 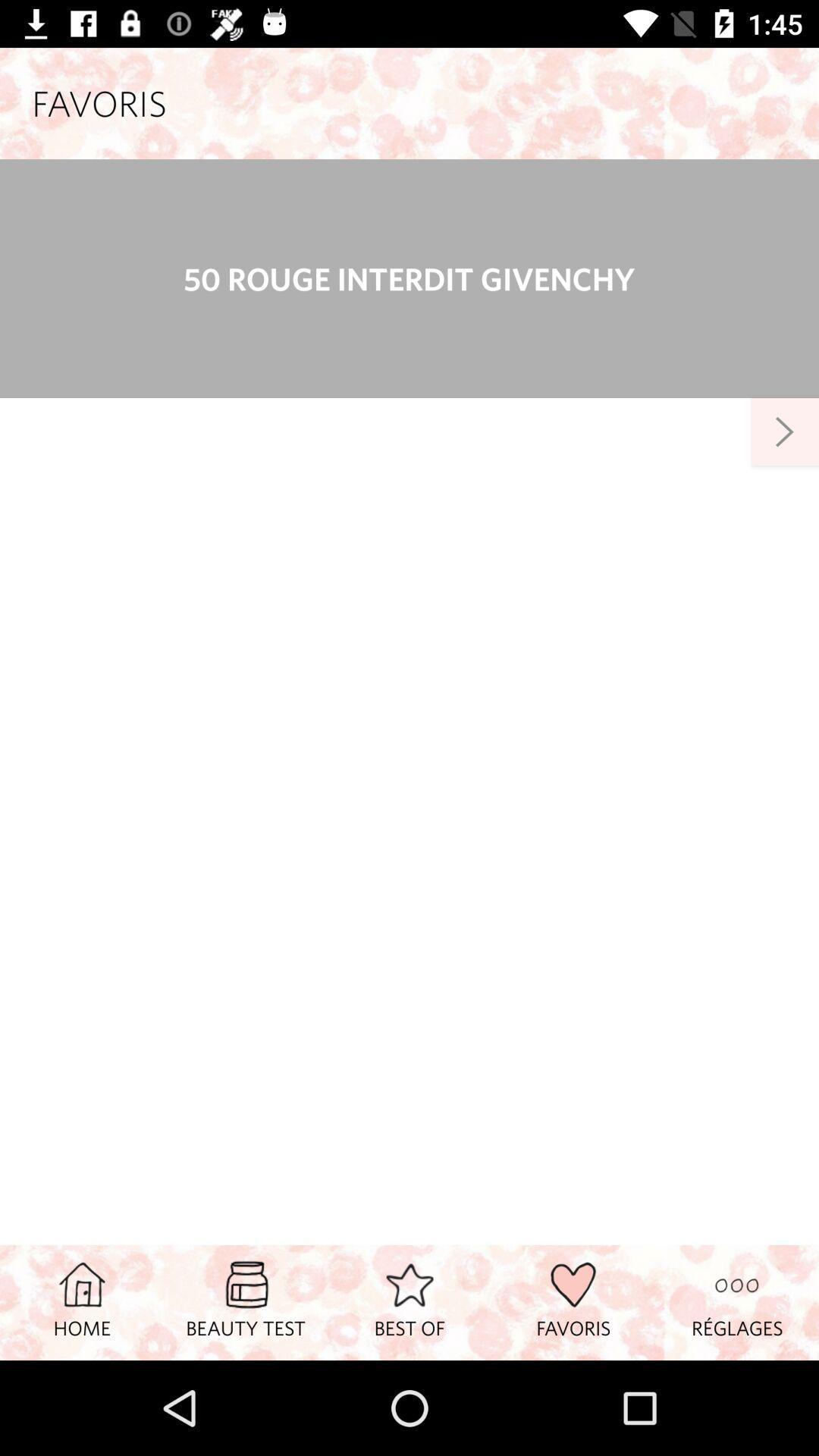 I want to click on item to the right of the home item, so click(x=245, y=1301).